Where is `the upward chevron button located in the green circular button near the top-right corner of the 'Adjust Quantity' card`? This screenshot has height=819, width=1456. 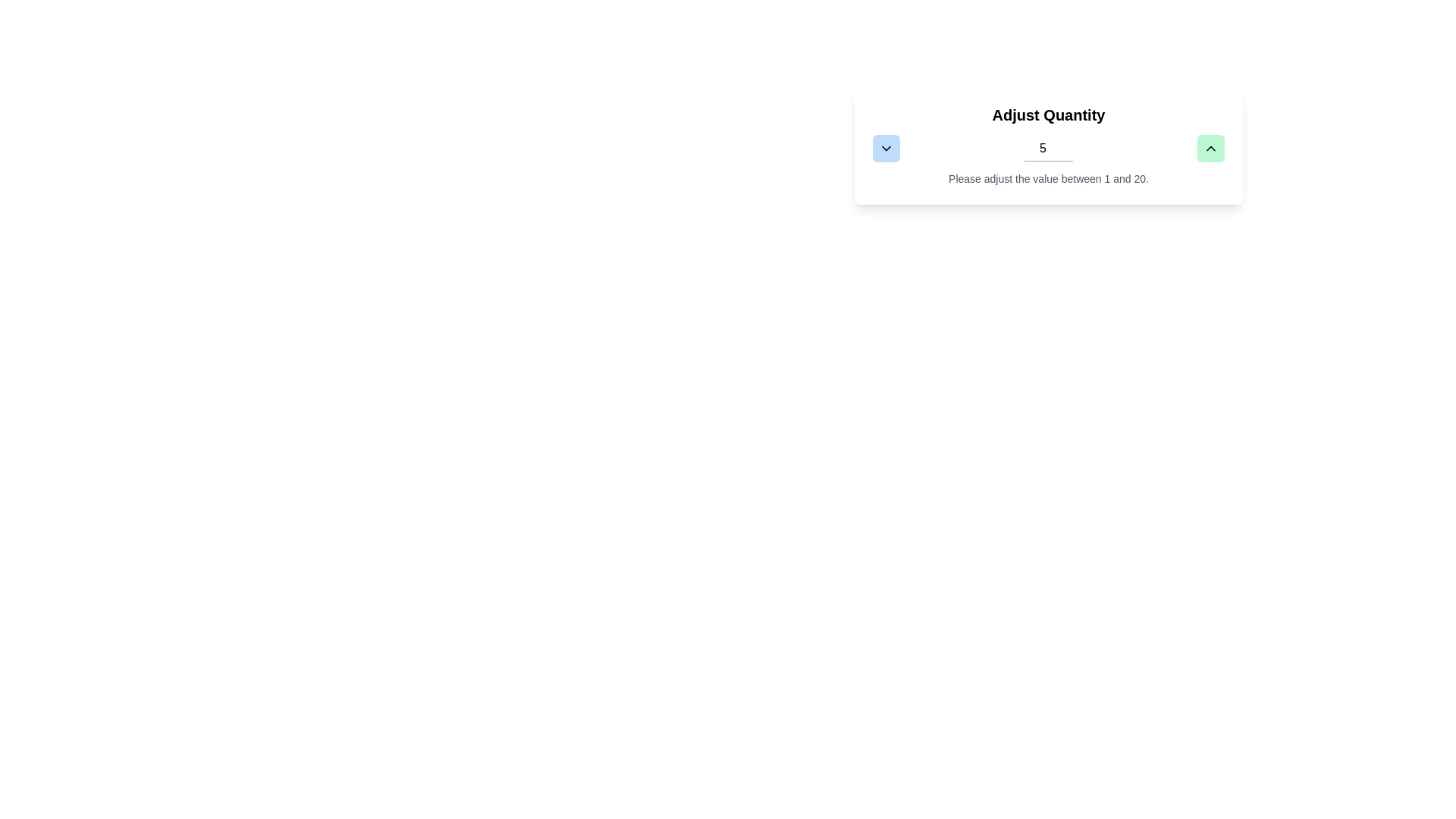
the upward chevron button located in the green circular button near the top-right corner of the 'Adjust Quantity' card is located at coordinates (1210, 149).